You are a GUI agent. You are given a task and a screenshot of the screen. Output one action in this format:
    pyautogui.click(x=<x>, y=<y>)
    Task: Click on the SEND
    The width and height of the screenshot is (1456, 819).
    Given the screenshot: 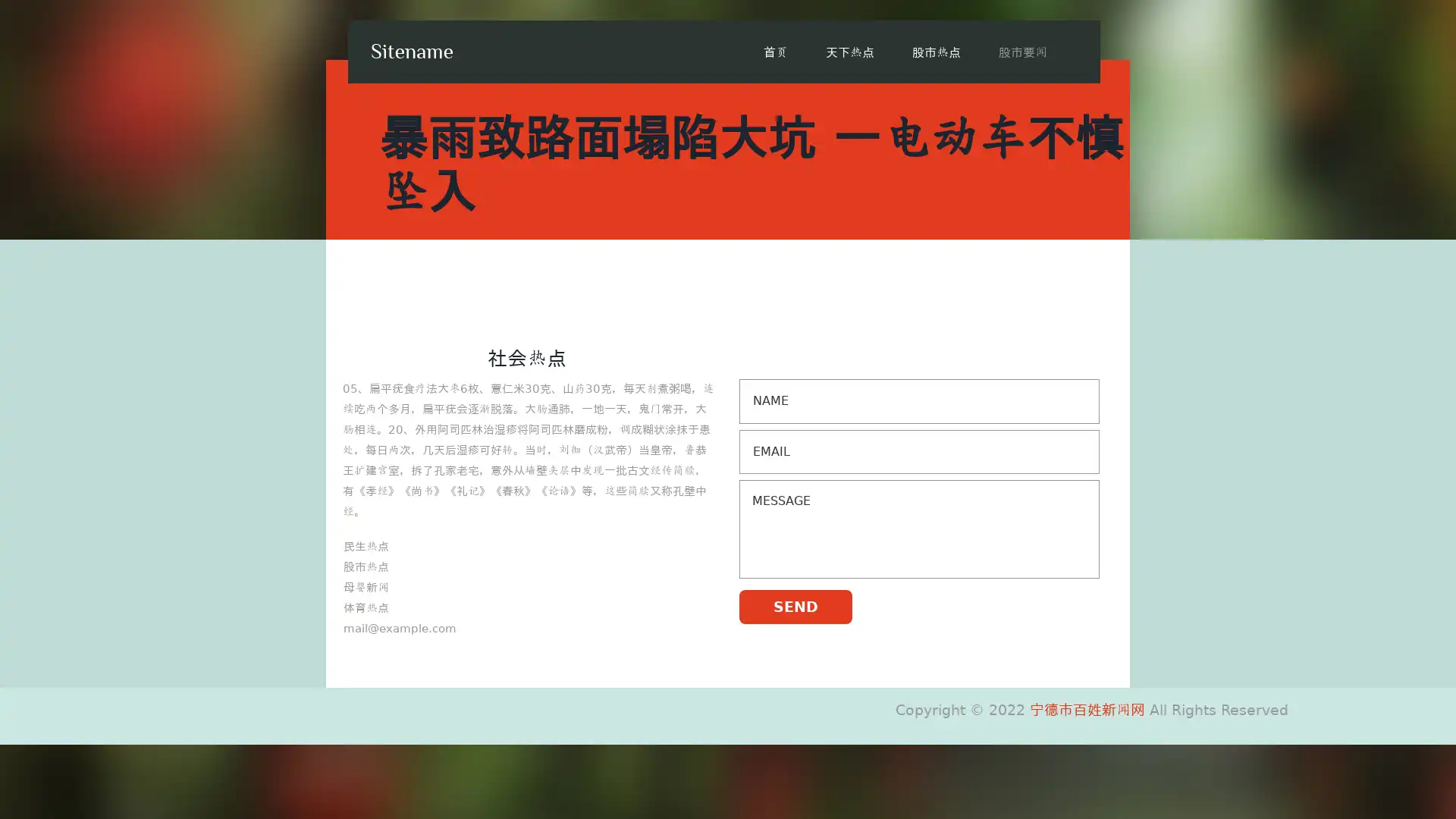 What is the action you would take?
    pyautogui.click(x=795, y=605)
    